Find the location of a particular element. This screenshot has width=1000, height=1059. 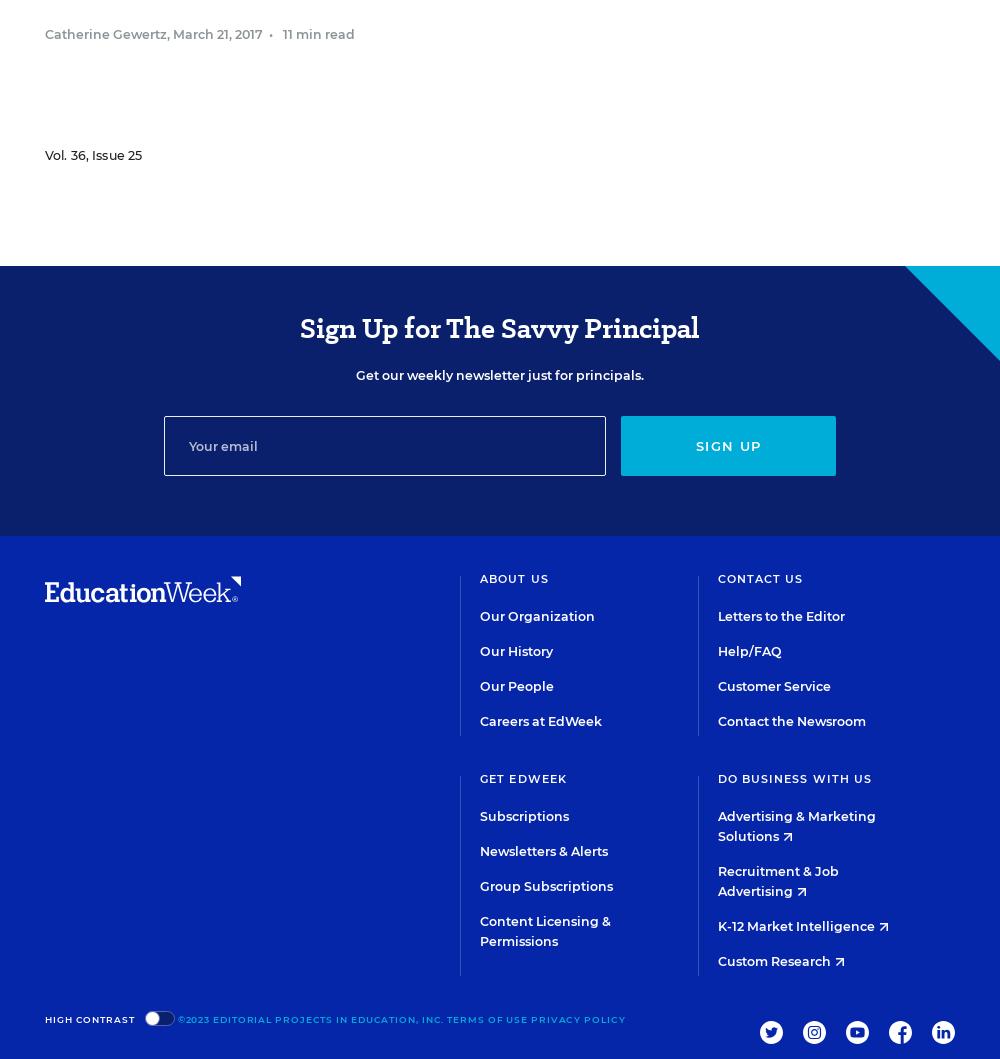

'Customer Service' is located at coordinates (773, 686).